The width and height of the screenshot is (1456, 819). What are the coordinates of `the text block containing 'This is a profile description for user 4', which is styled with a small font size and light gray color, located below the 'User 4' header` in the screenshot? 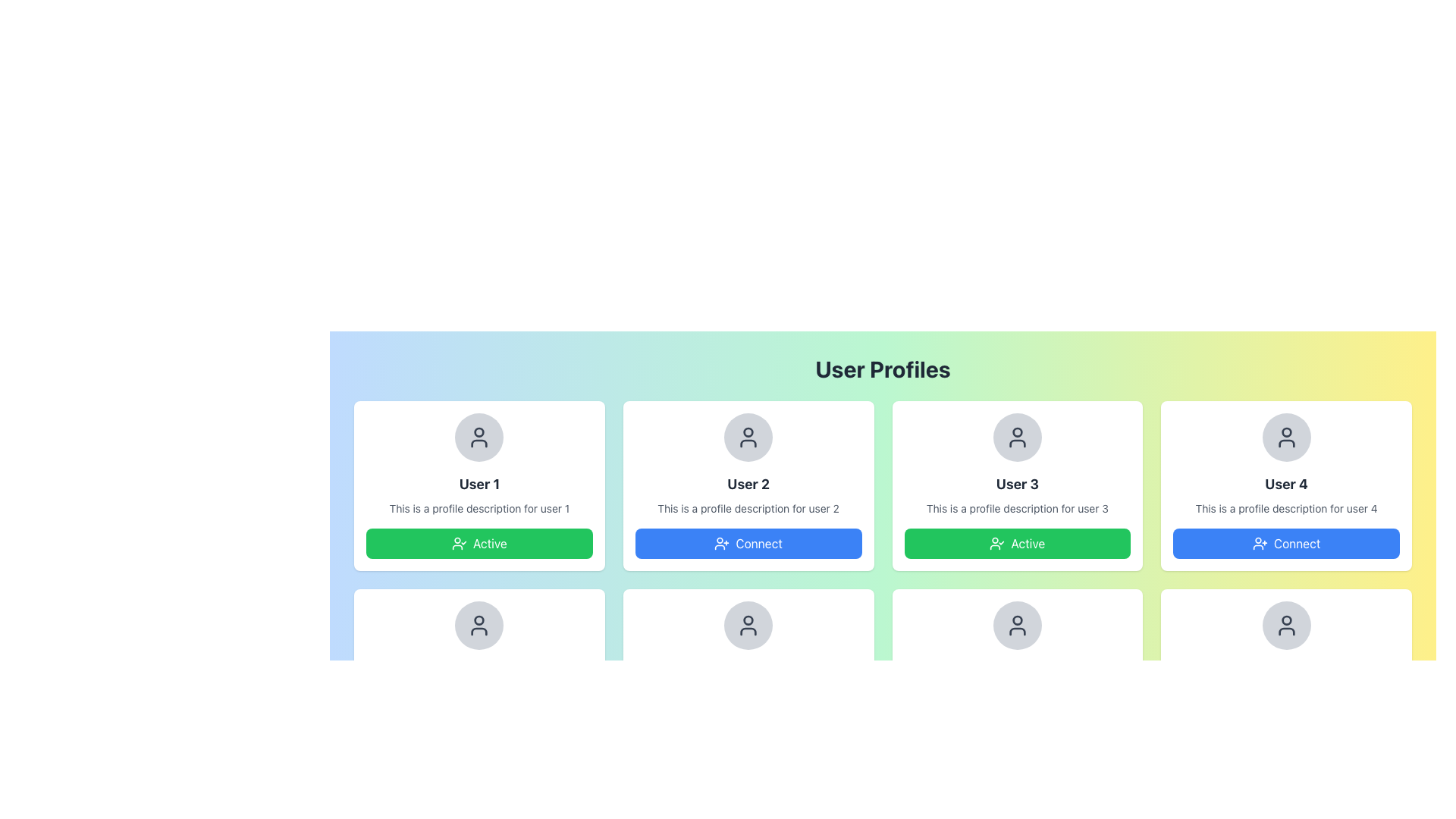 It's located at (1285, 509).